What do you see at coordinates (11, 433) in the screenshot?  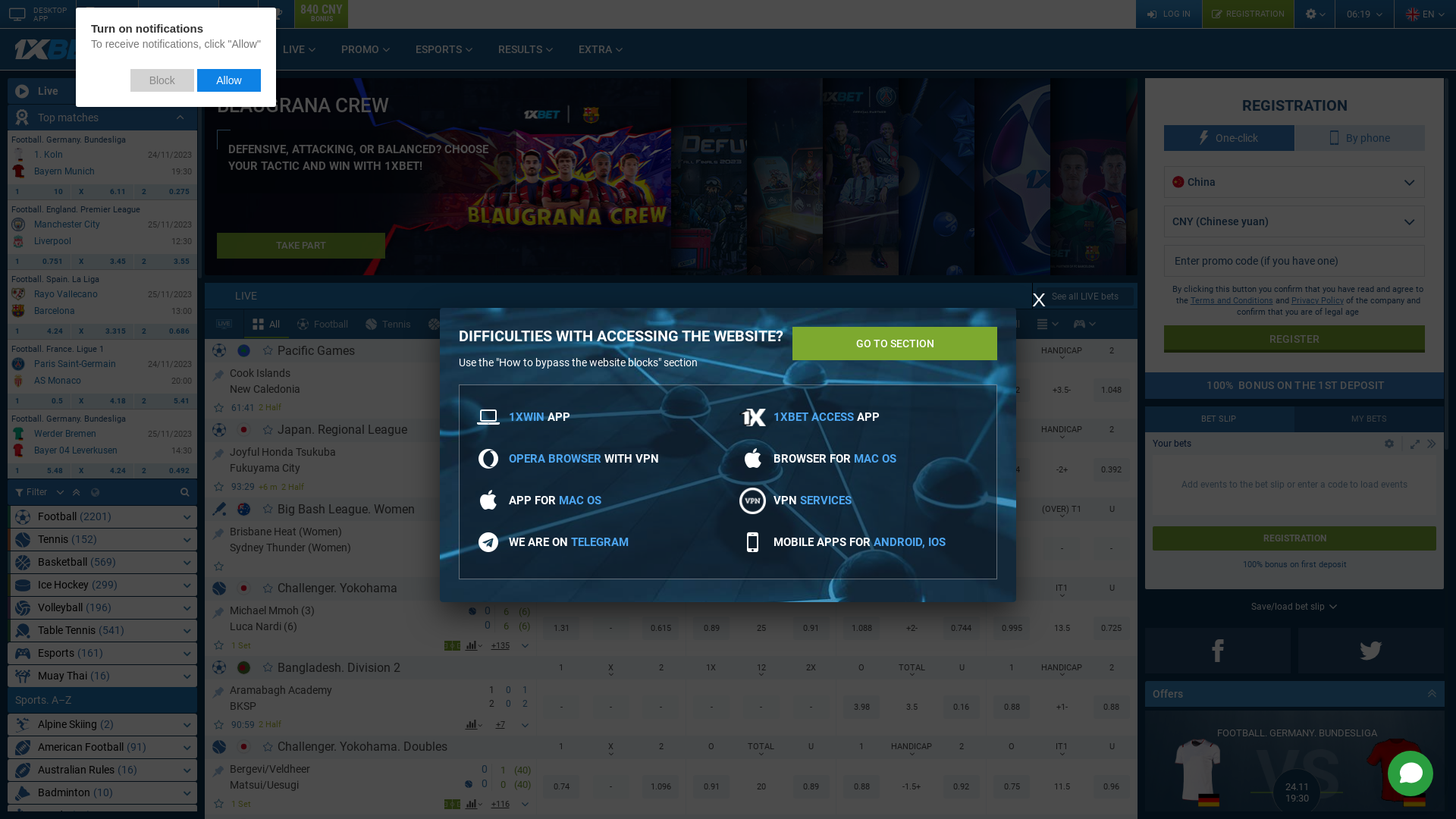 I see `'Werder Bremen. Bremen'` at bounding box center [11, 433].